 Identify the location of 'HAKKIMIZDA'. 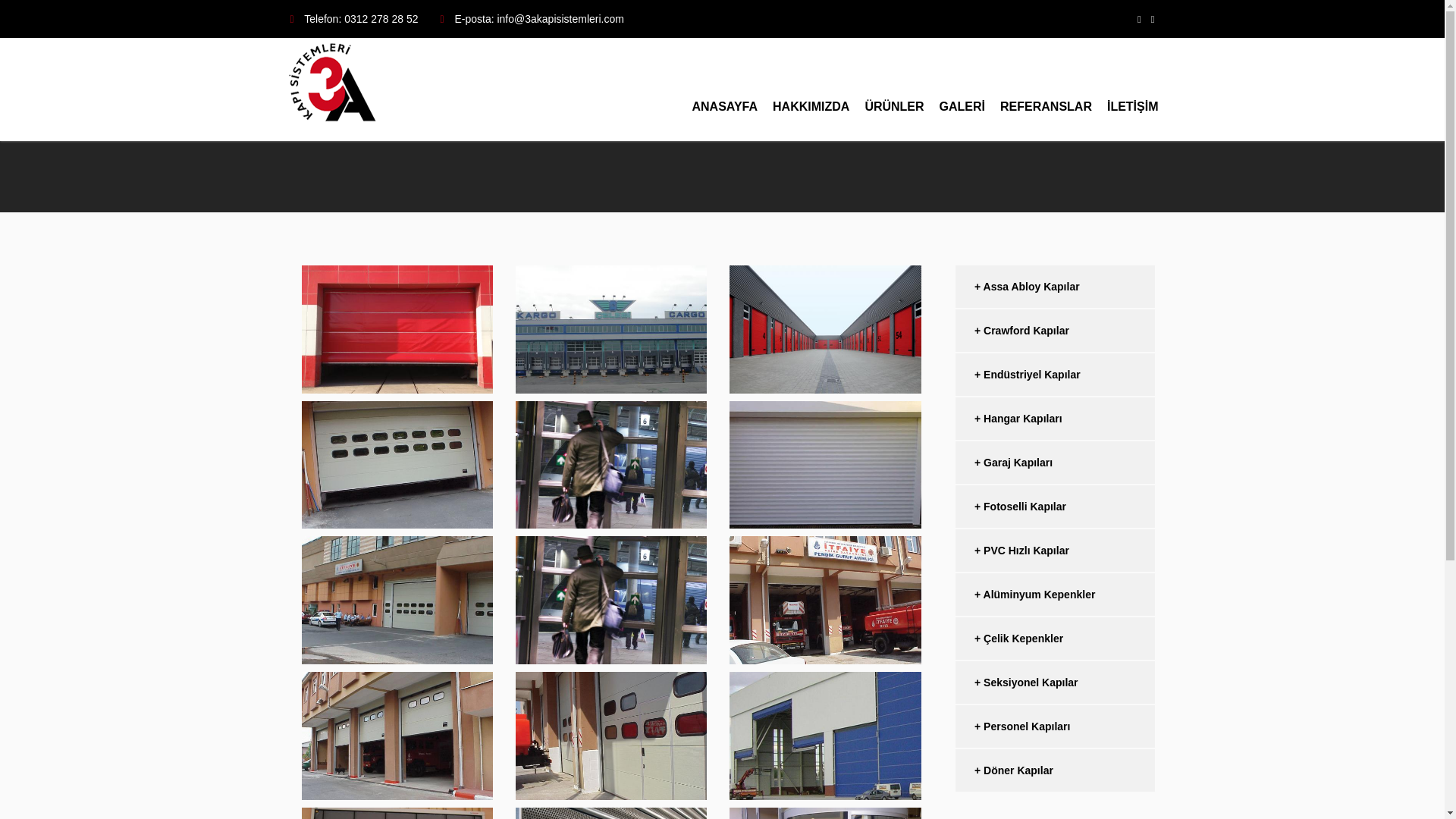
(810, 89).